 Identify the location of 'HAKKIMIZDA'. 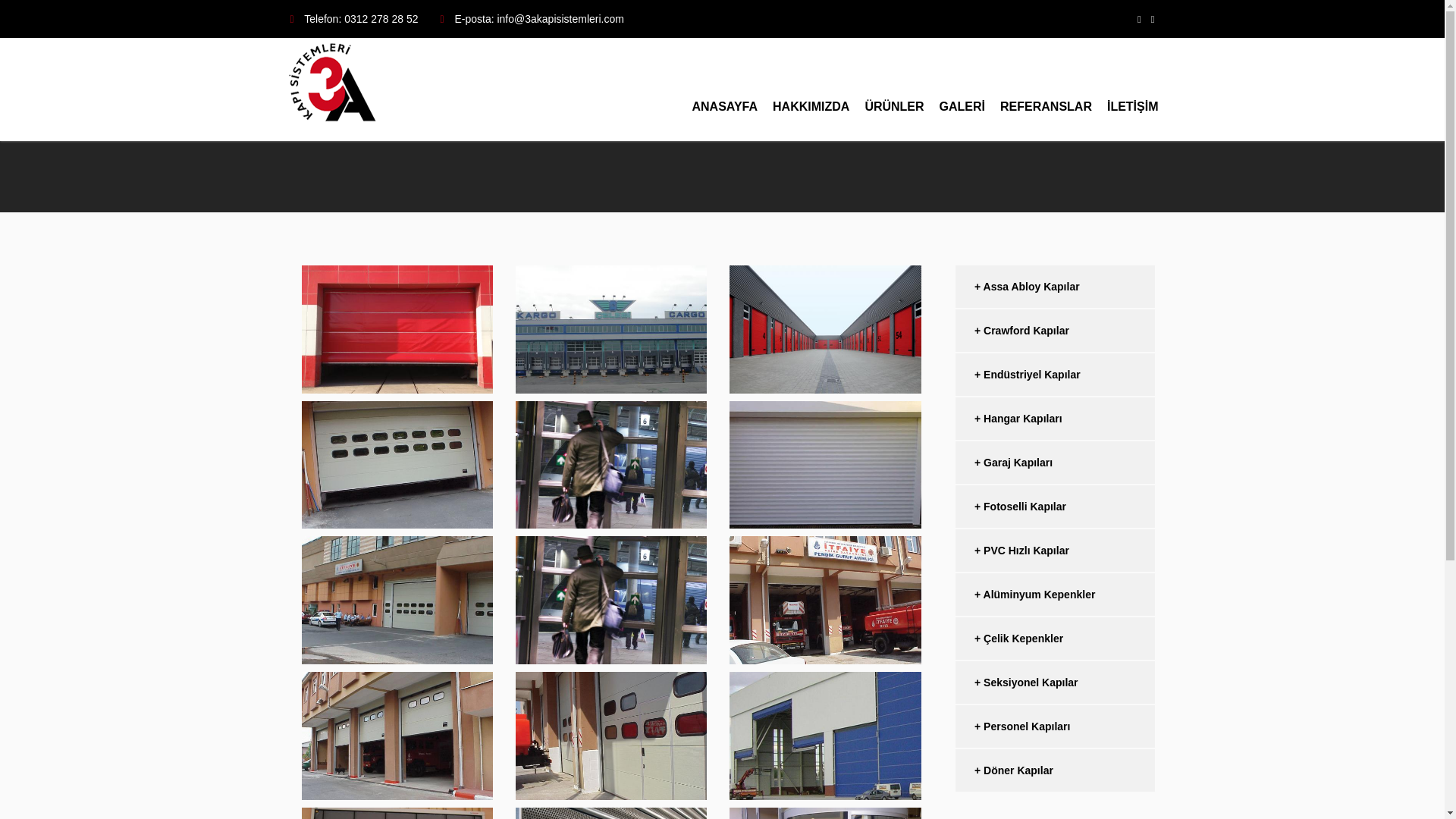
(810, 89).